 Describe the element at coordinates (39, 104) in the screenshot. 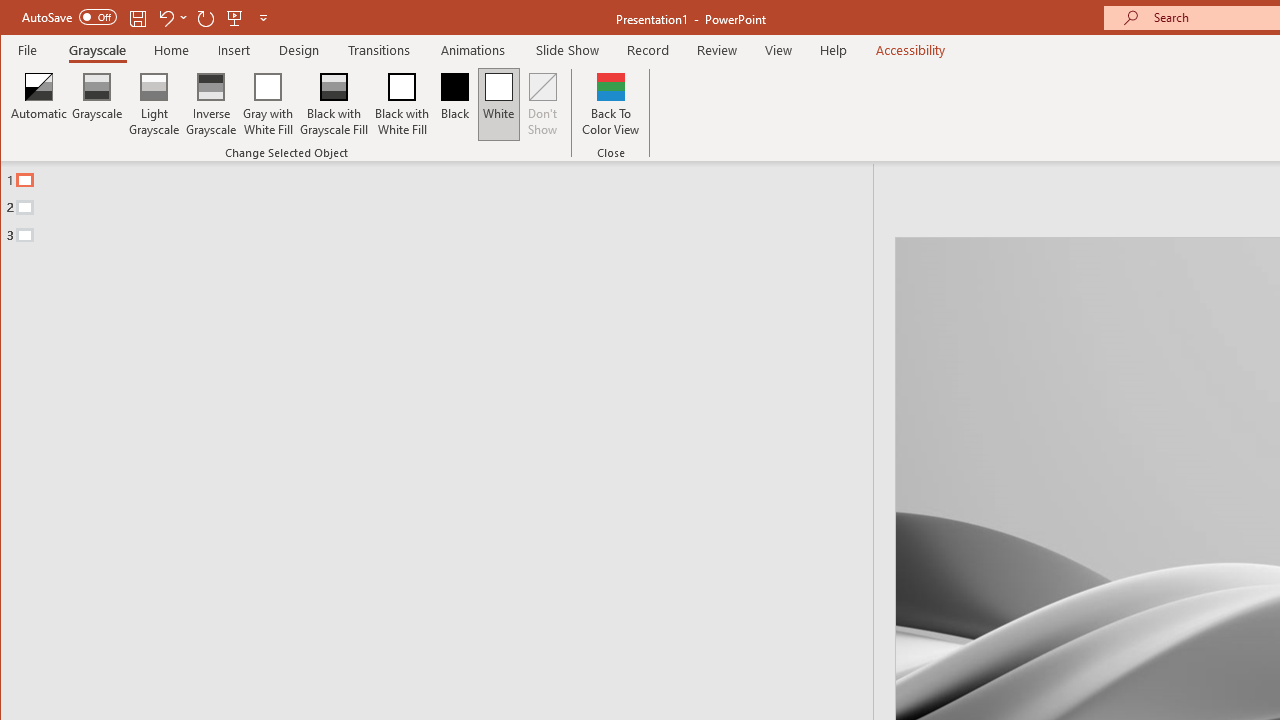

I see `'Automatic'` at that location.